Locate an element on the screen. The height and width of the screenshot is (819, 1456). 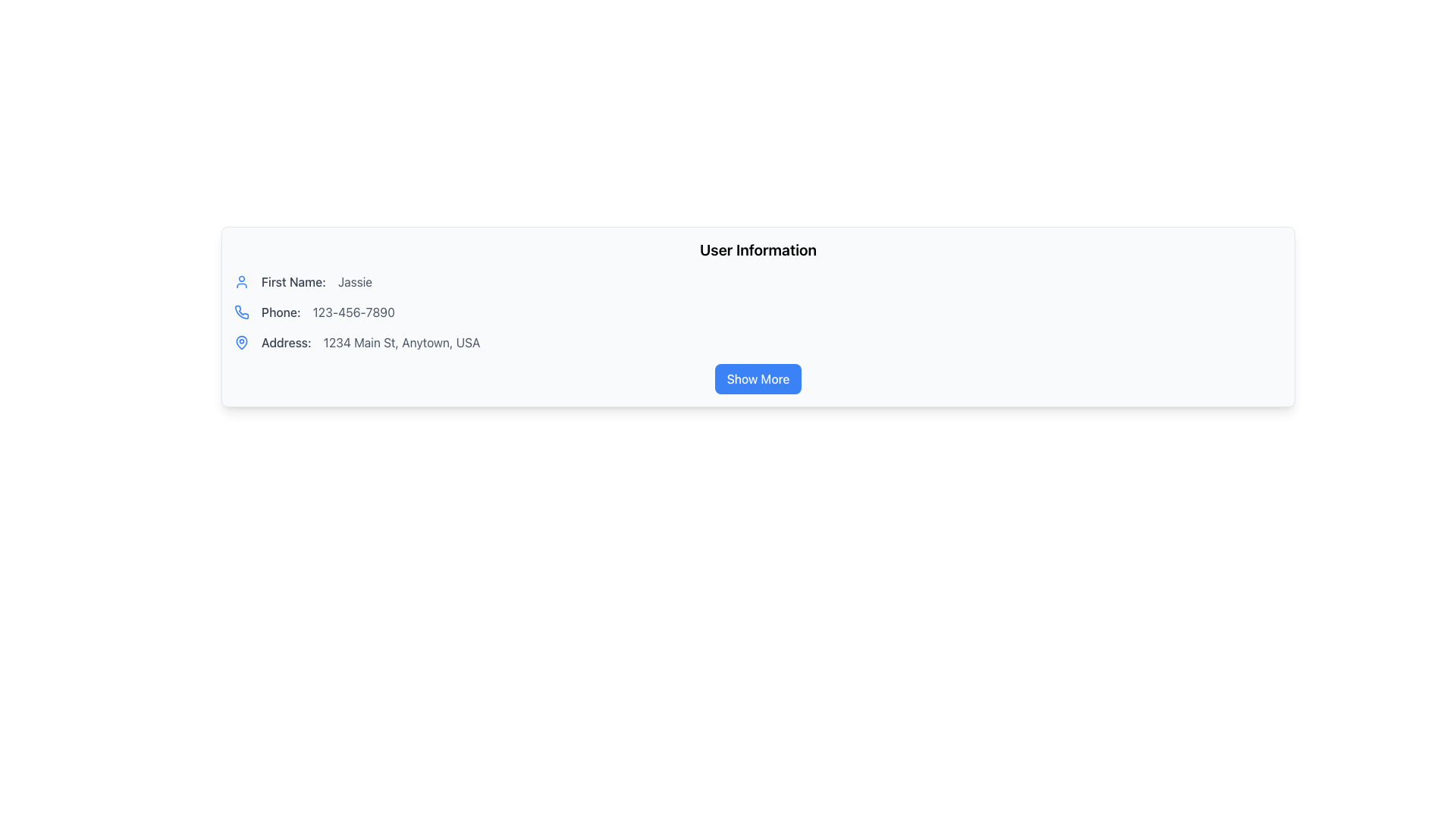
text label displaying the name 'Jassie' which is positioned to the right of the label 'First Name:' in gray font is located at coordinates (354, 281).